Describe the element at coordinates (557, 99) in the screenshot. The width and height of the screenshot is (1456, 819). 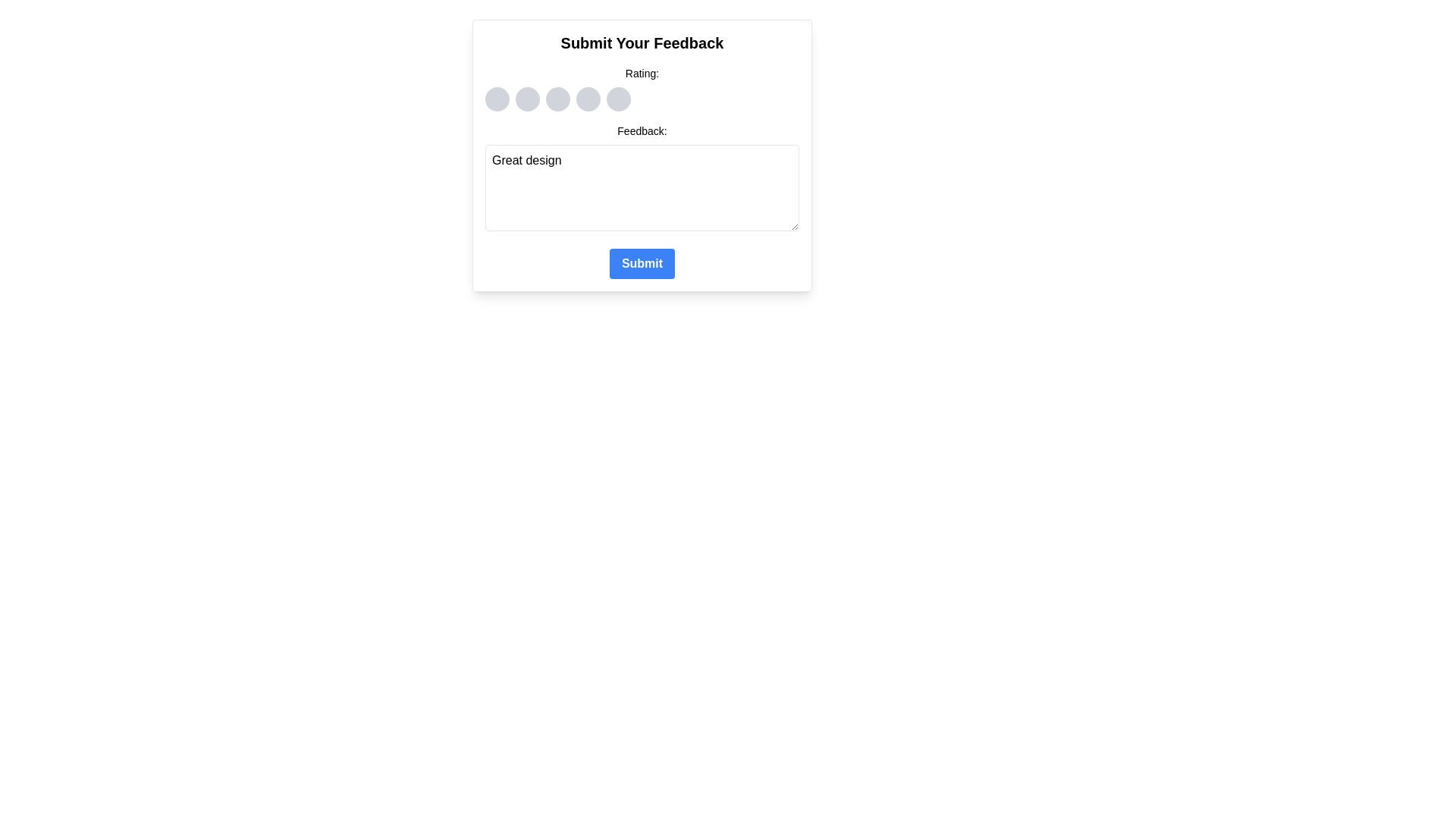
I see `the circular button, which is the third in a row of five gray circles under the 'Rating:' text` at that location.